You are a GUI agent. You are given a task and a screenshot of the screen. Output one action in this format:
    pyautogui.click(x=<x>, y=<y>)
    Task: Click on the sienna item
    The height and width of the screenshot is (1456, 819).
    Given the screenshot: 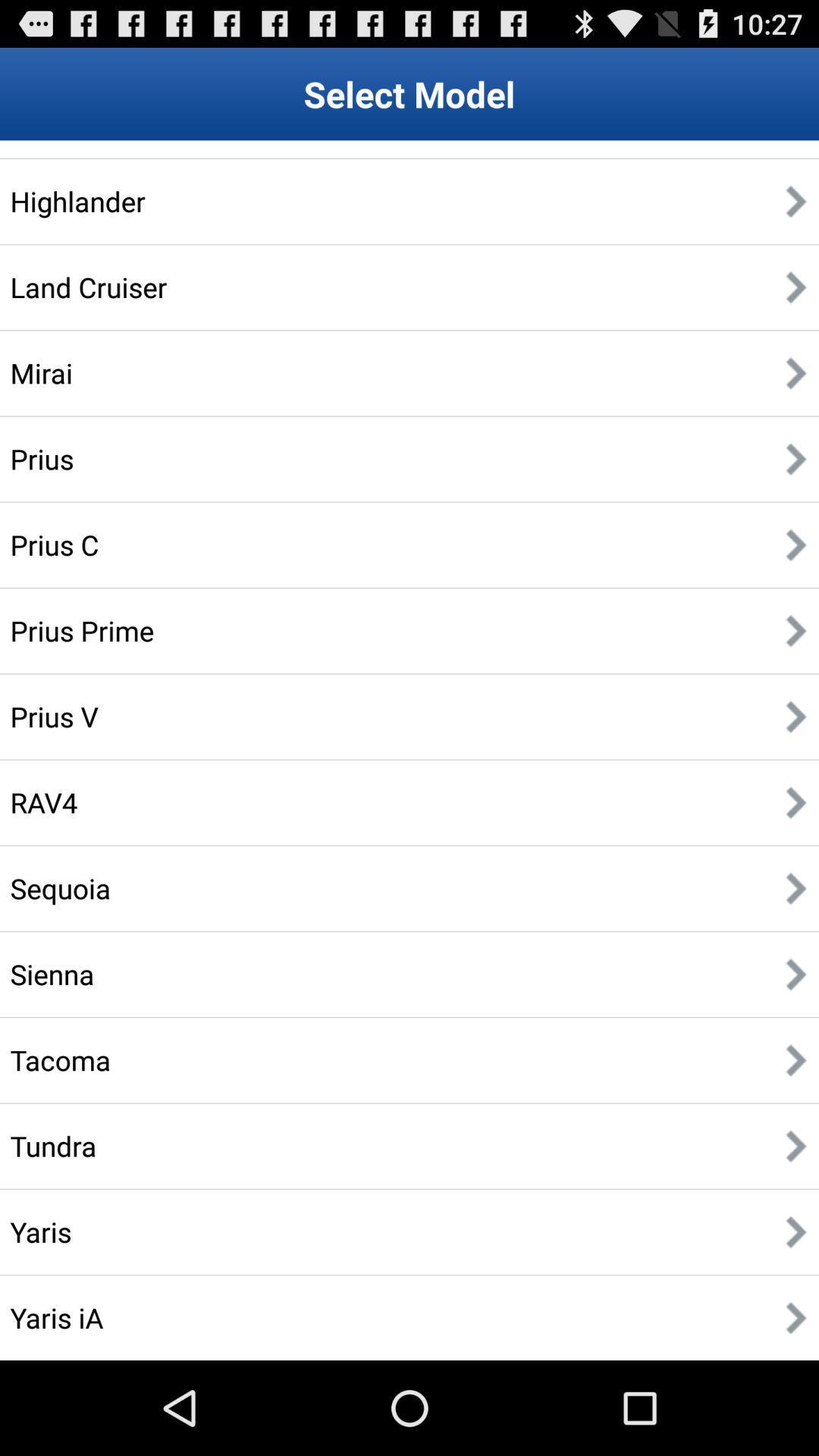 What is the action you would take?
    pyautogui.click(x=52, y=974)
    